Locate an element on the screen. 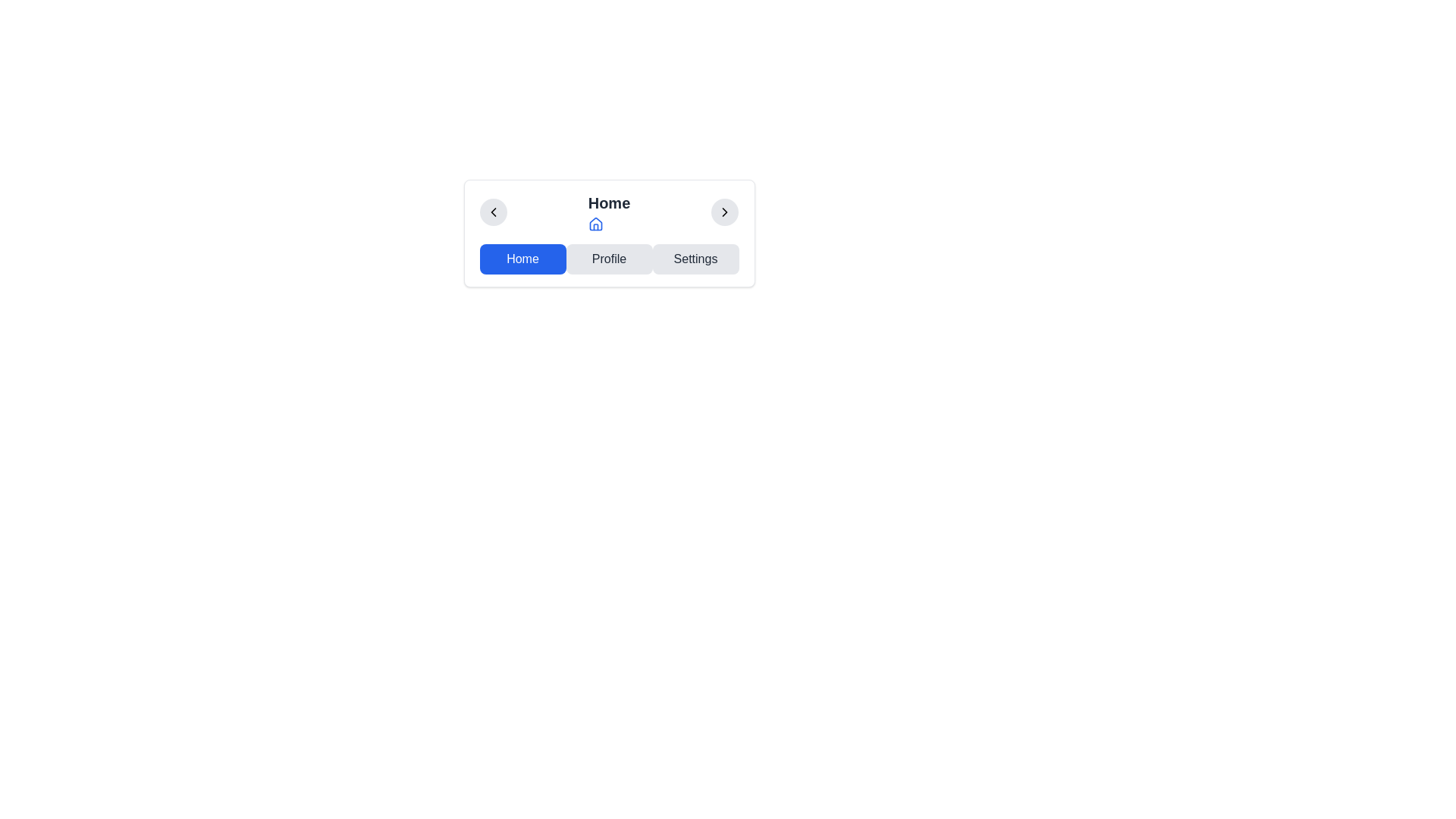  the 'Settings' button, which is a rectangular button with a gray background and black text is located at coordinates (695, 259).